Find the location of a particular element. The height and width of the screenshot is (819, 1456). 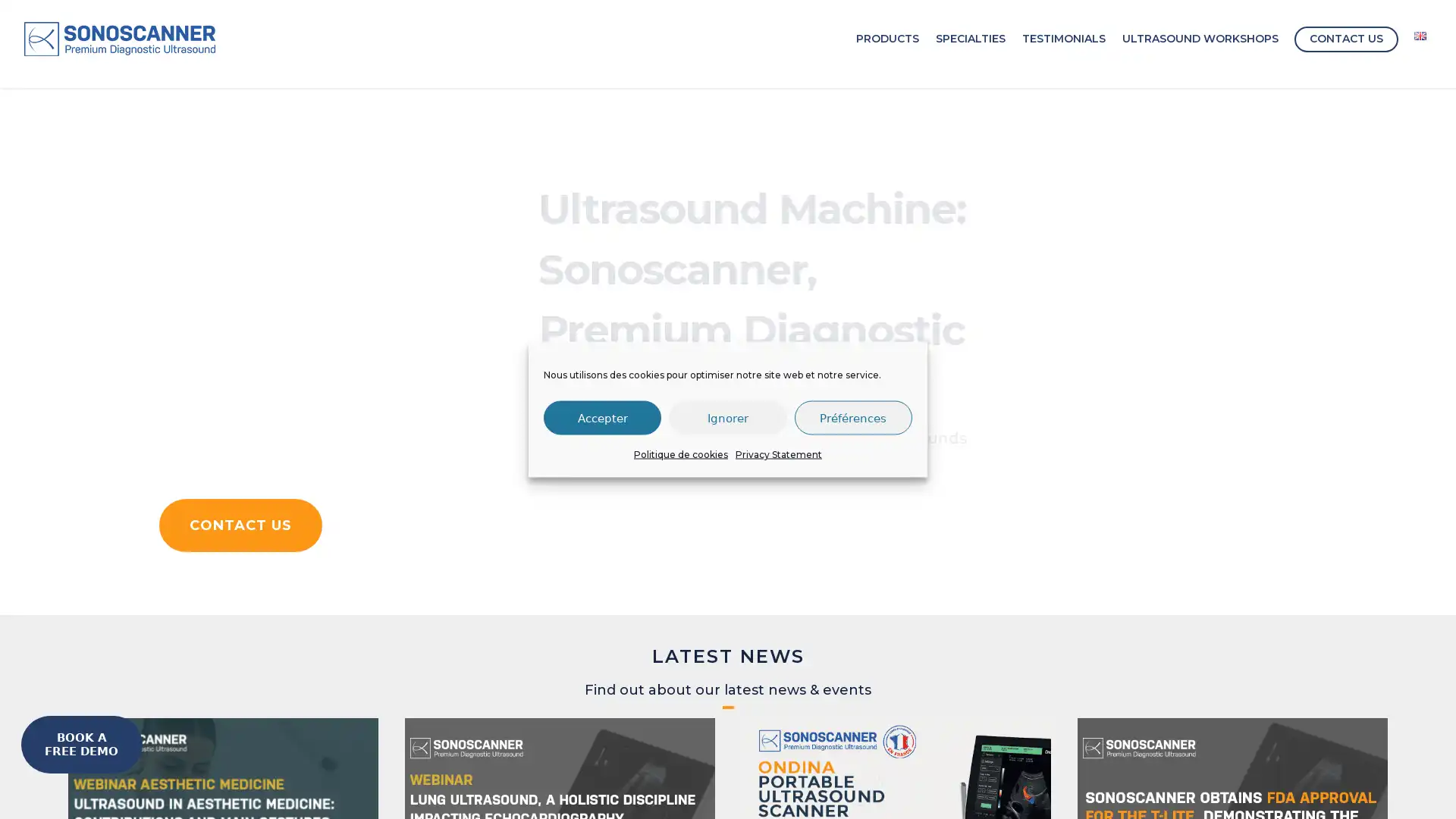

BOOK A FREE DEMO is located at coordinates (80, 744).